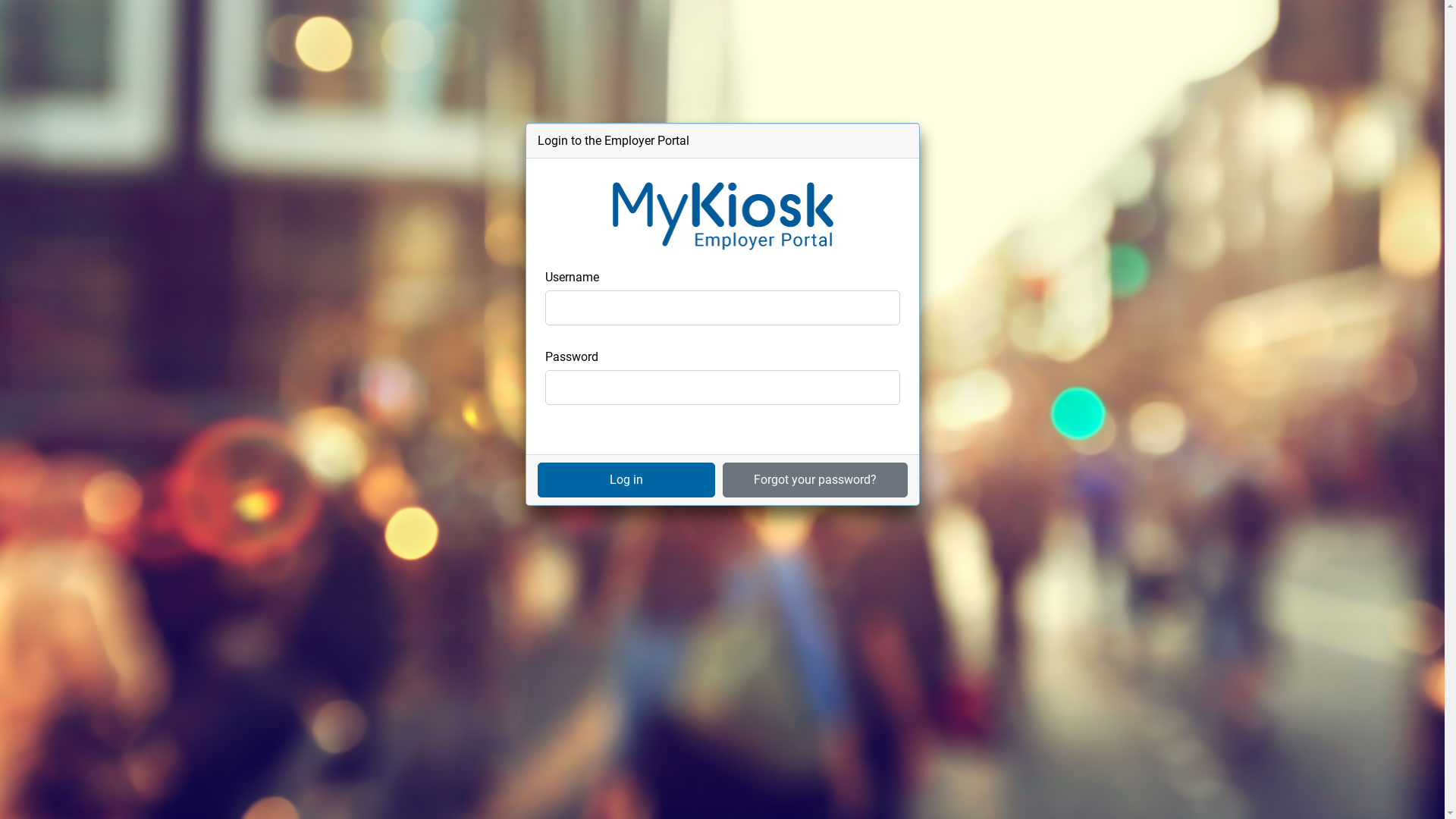  Describe the element at coordinates (814, 479) in the screenshot. I see `'Forgot your password?'` at that location.